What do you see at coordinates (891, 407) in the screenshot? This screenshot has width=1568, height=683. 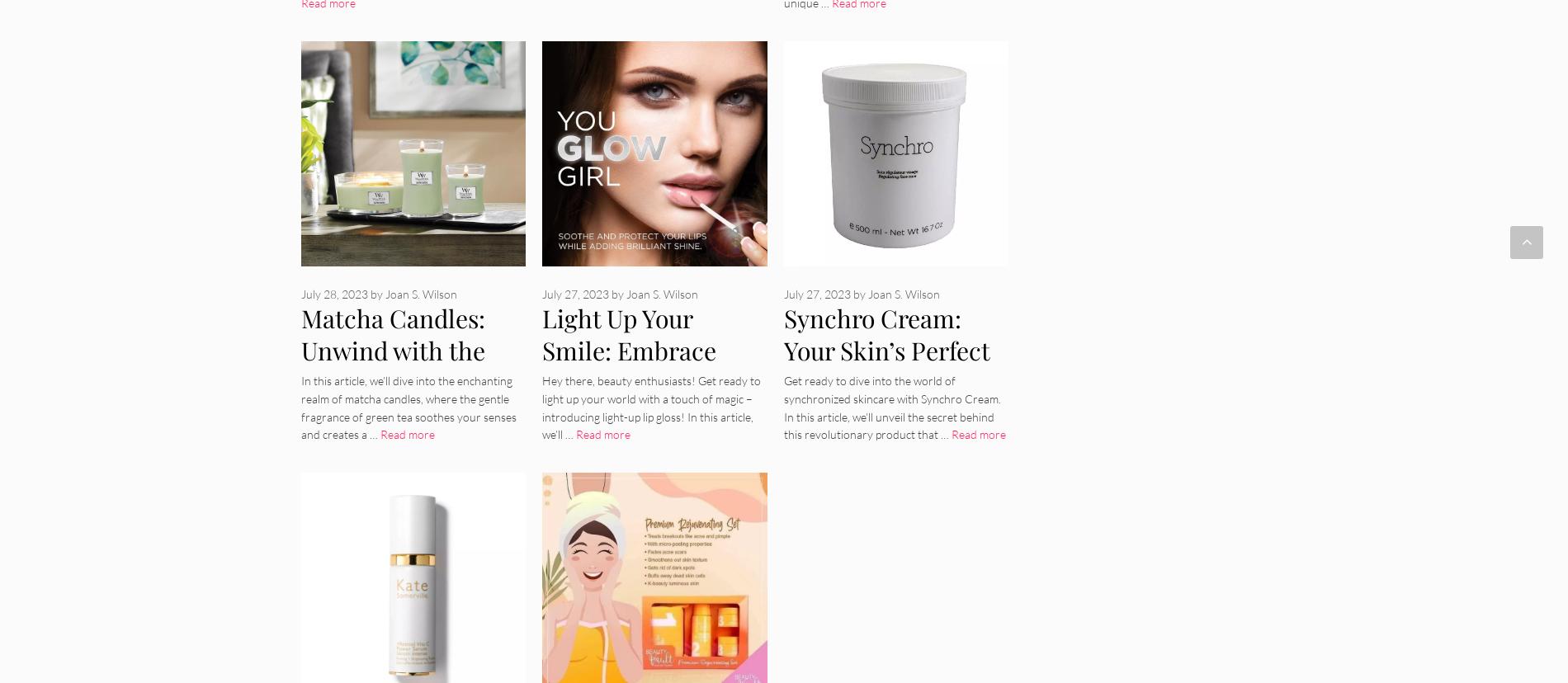 I see `'Get ready to dive into the world of synchronized skincare with Synchro Cream. In this article, we’ll unveil the secret behind this revolutionary product that …'` at bounding box center [891, 407].